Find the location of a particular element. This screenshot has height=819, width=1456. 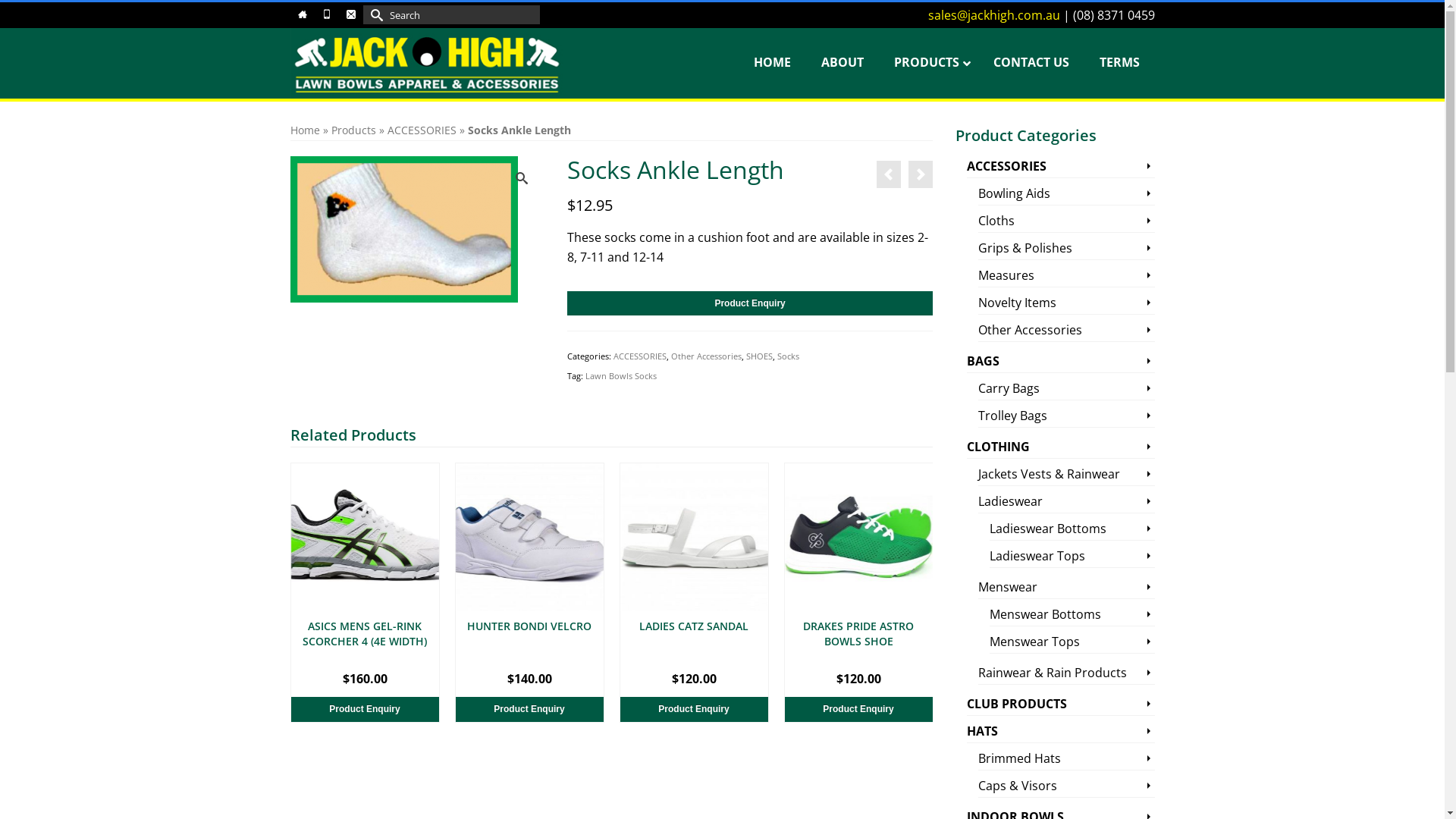

'HATS' is located at coordinates (1059, 730).